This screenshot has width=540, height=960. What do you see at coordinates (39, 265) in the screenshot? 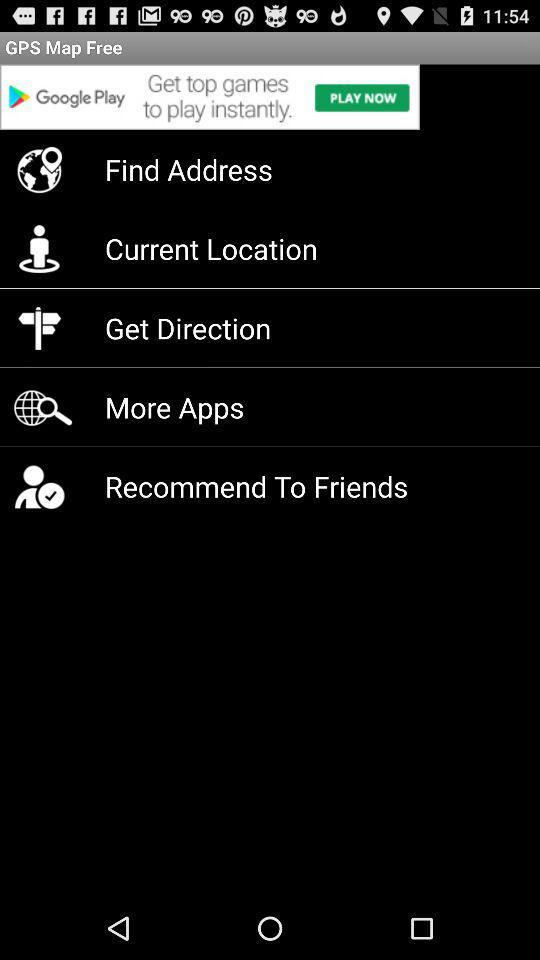
I see `the info icon` at bounding box center [39, 265].